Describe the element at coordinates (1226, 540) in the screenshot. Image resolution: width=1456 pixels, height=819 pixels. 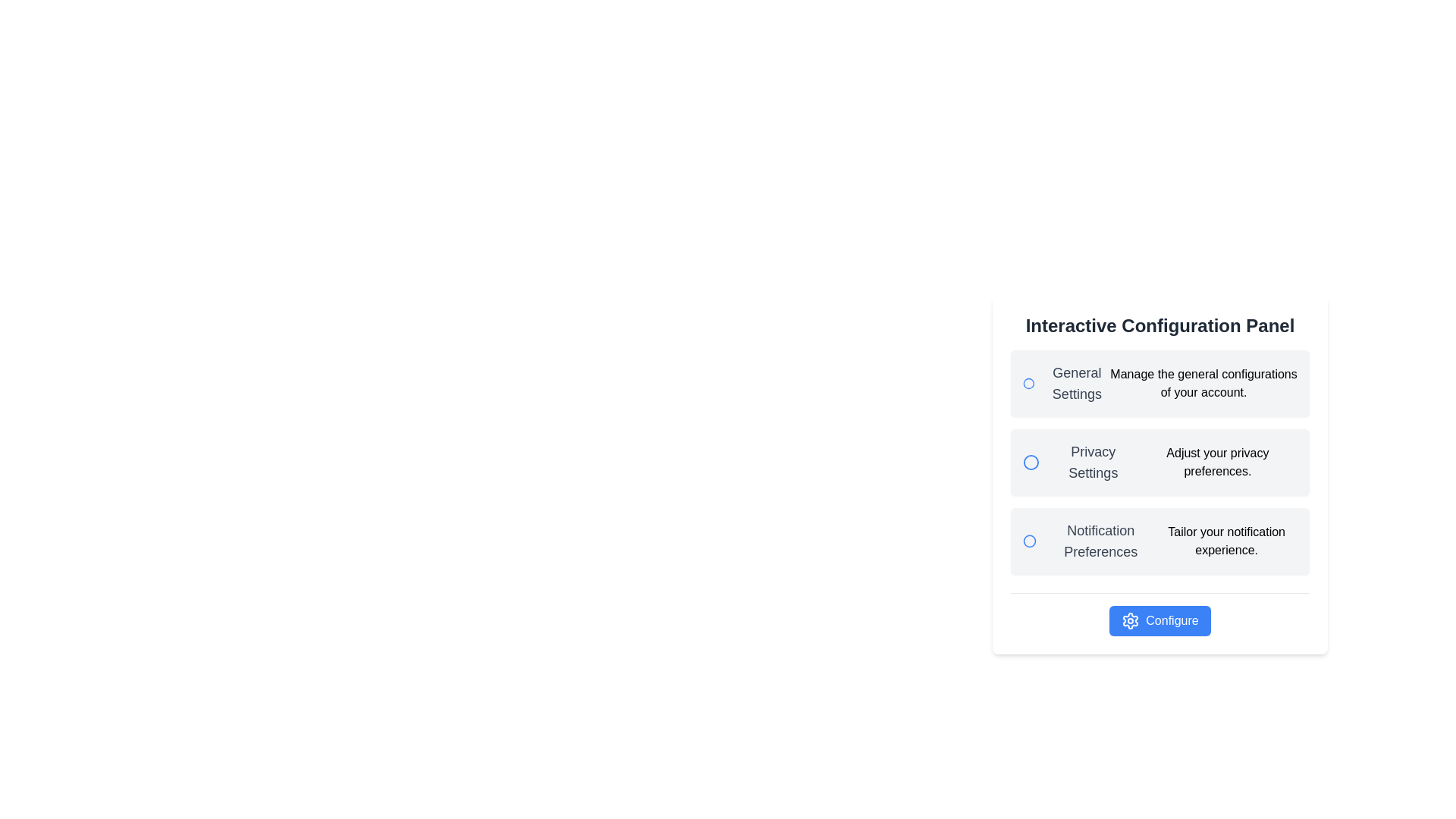
I see `the Text Label that provides information about the 'Notification Preferences' section, located in the third section of the 'Interactive Configuration Panel'` at that location.